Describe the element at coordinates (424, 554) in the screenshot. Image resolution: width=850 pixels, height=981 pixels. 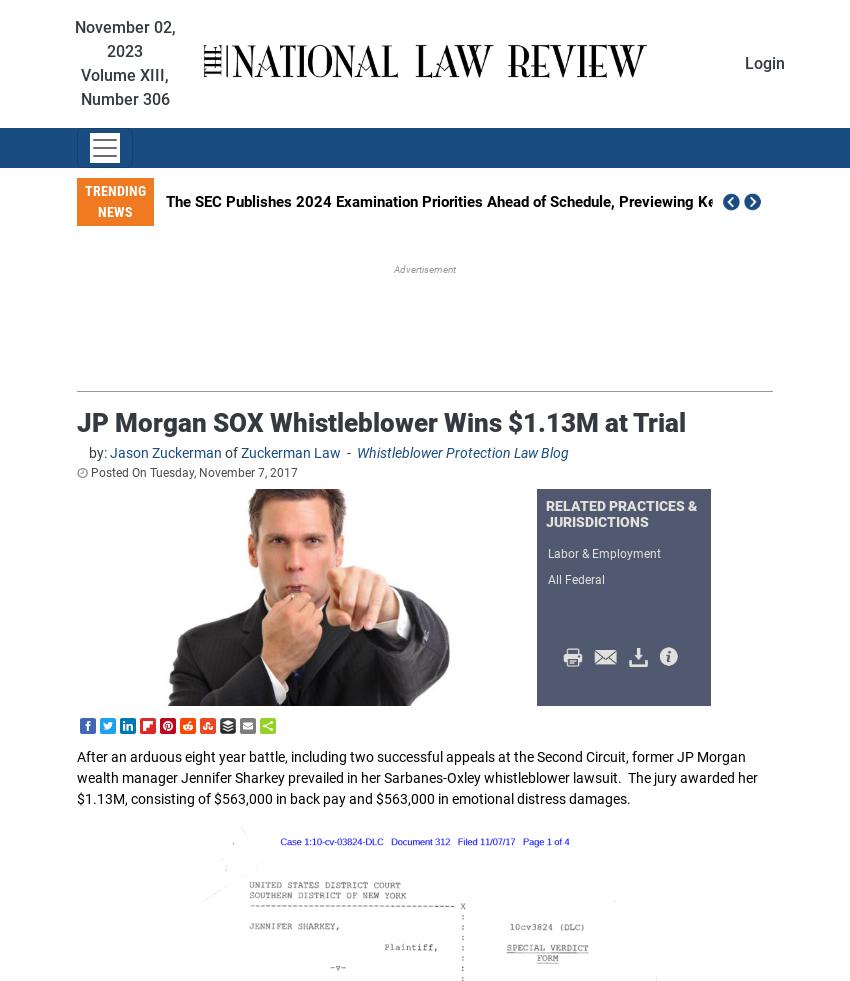
I see `'Antitrust Law'` at that location.